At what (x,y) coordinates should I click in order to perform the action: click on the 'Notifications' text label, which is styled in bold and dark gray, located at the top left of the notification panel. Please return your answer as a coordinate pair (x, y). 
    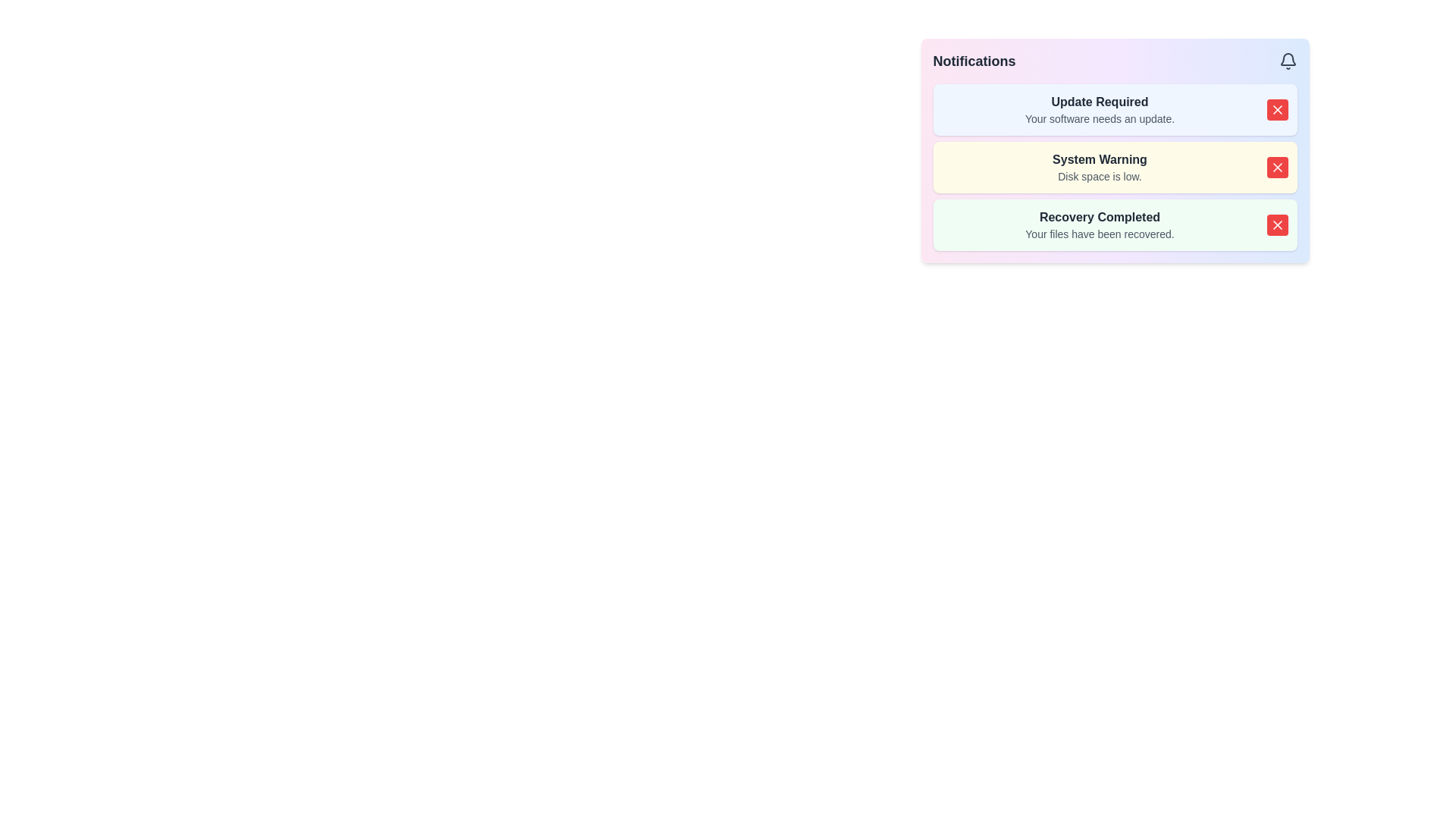
    Looking at the image, I should click on (974, 61).